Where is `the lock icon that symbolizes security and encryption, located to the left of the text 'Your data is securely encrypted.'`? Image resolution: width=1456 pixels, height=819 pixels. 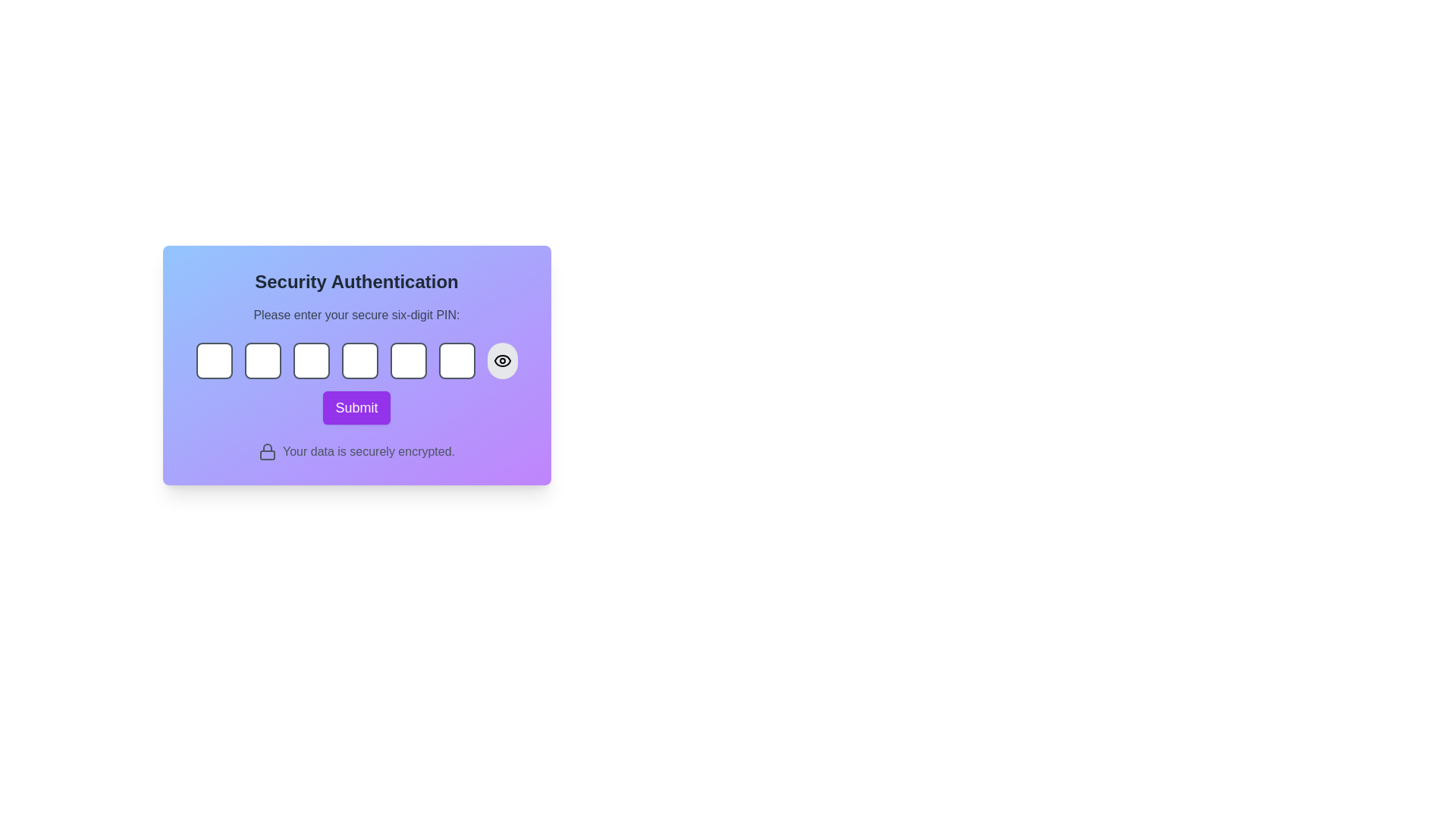
the lock icon that symbolizes security and encryption, located to the left of the text 'Your data is securely encrypted.' is located at coordinates (267, 451).